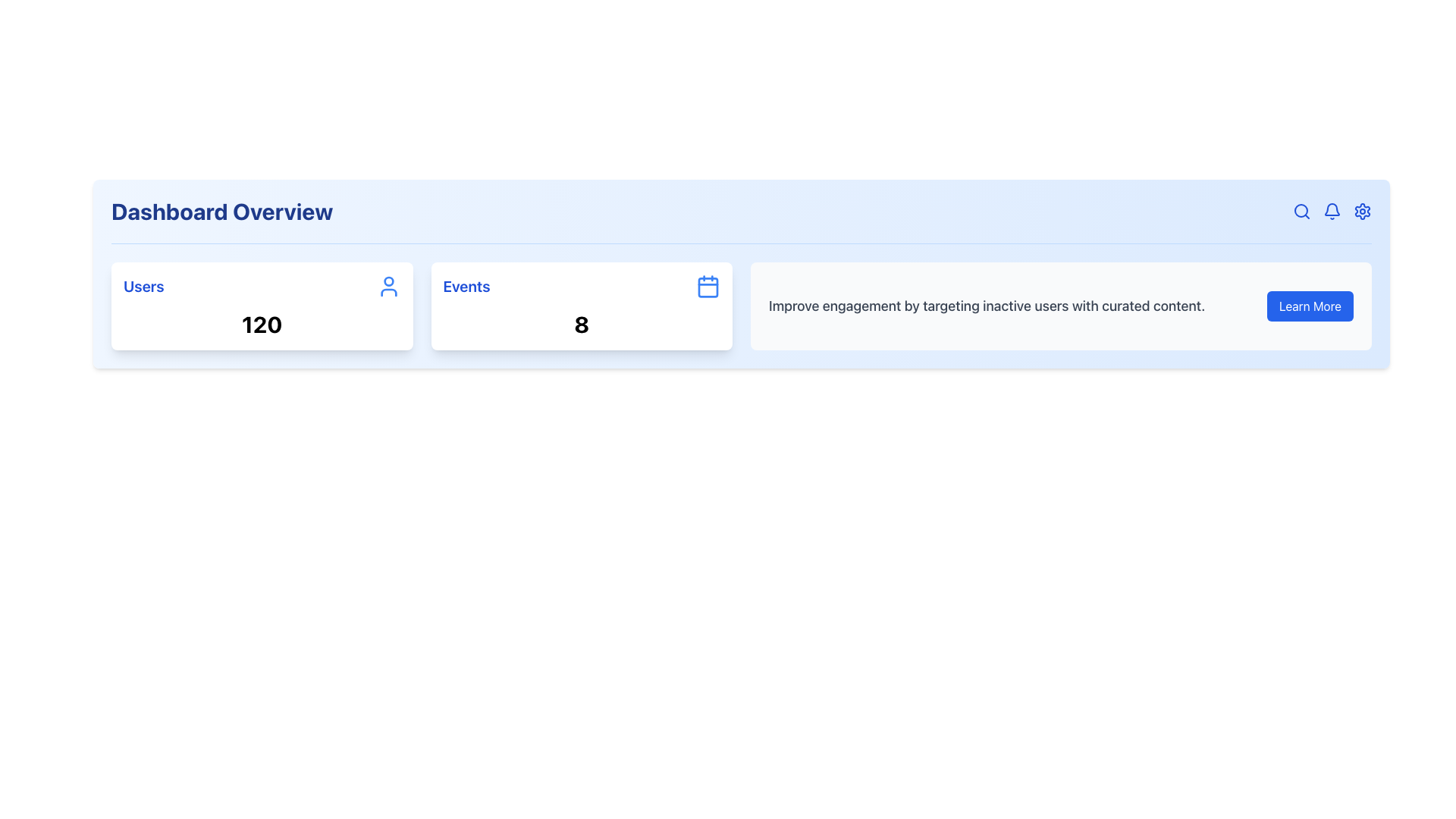  Describe the element at coordinates (466, 287) in the screenshot. I see `text content of the Text Label that describes the nearby numeric value, which is centrally aligned vertically within its section and positioned slightly to the left of the calendar icon` at that location.